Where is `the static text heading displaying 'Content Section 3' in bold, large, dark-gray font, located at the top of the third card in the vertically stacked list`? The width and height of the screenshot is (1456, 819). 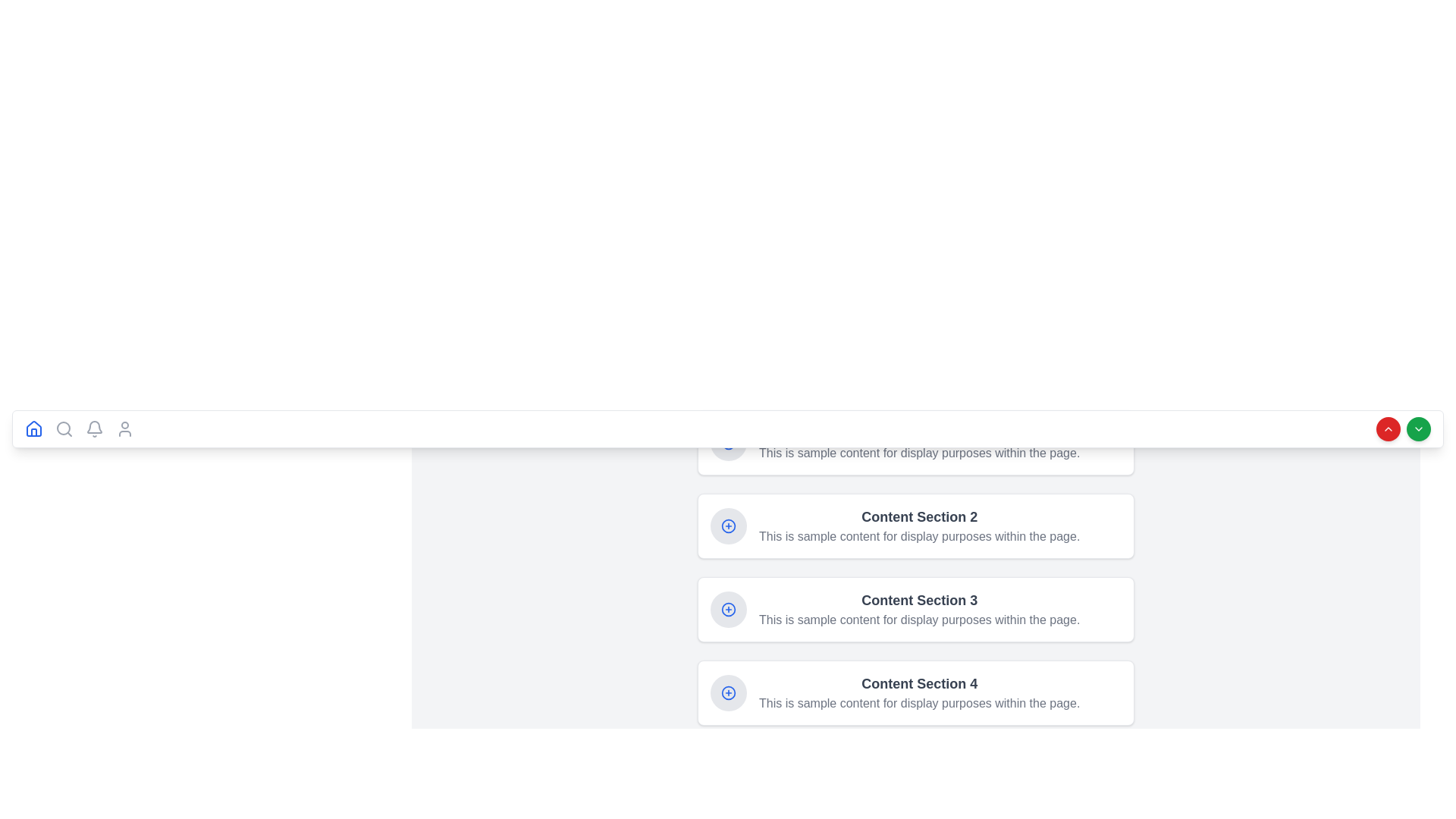
the static text heading displaying 'Content Section 3' in bold, large, dark-gray font, located at the top of the third card in the vertically stacked list is located at coordinates (918, 599).